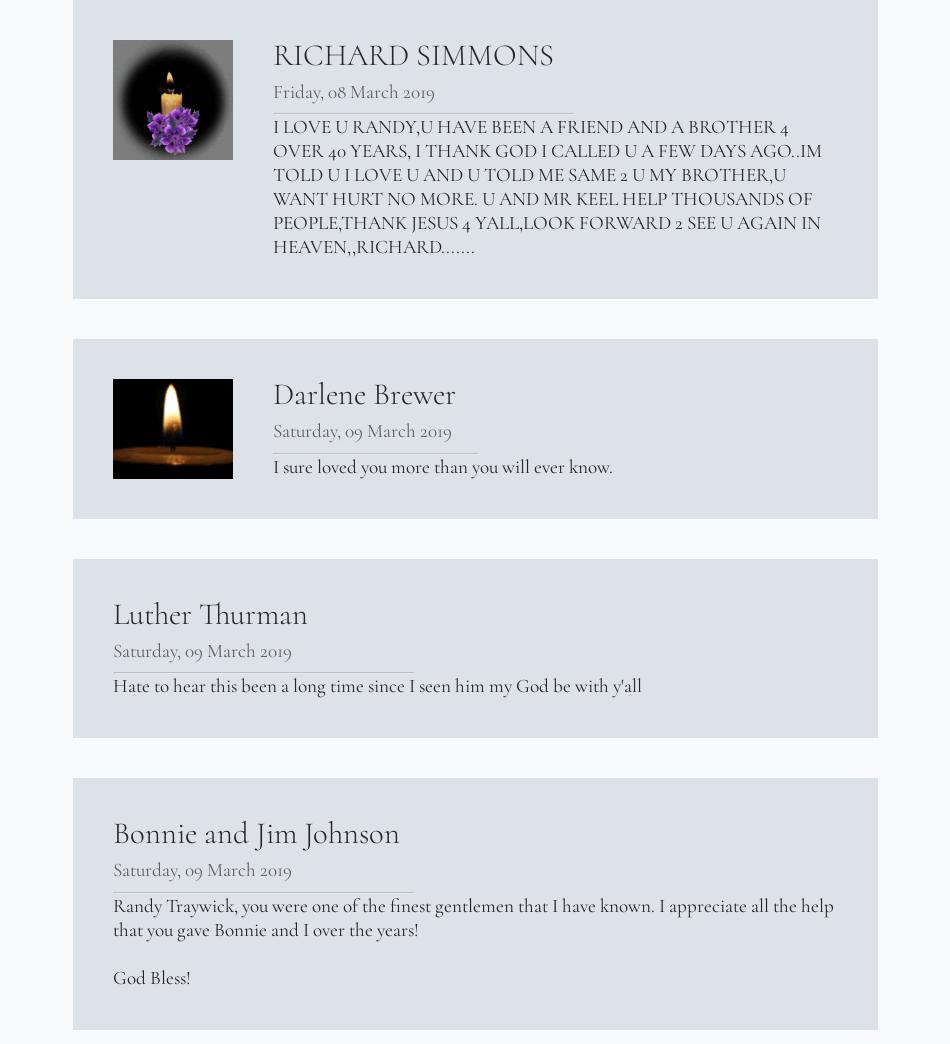 Image resolution: width=950 pixels, height=1044 pixels. I want to click on 'Darlene Brewer', so click(362, 393).